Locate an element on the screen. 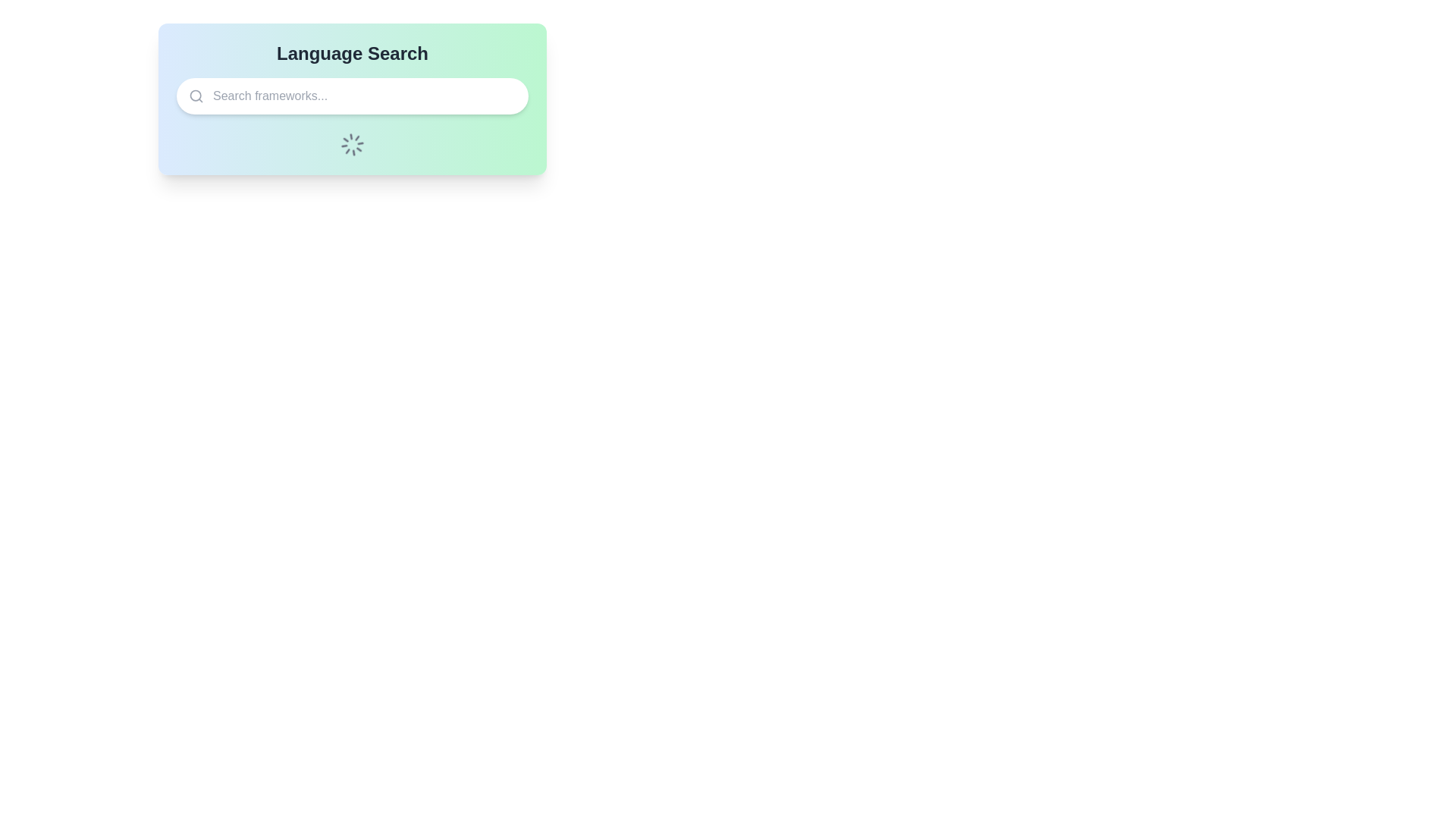  loading spinner located beneath the central search bar, which indicates that a process is in progress, for debugging purposes is located at coordinates (352, 145).